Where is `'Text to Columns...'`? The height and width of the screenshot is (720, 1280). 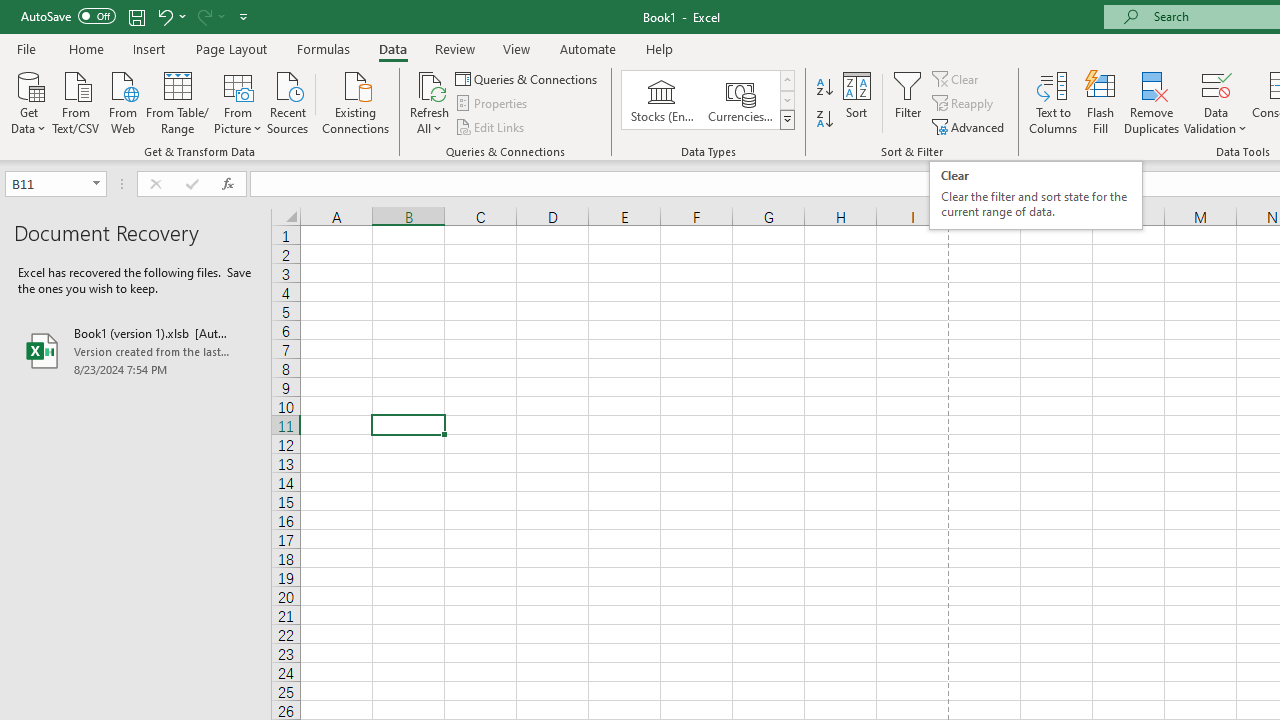 'Text to Columns...' is located at coordinates (1052, 103).